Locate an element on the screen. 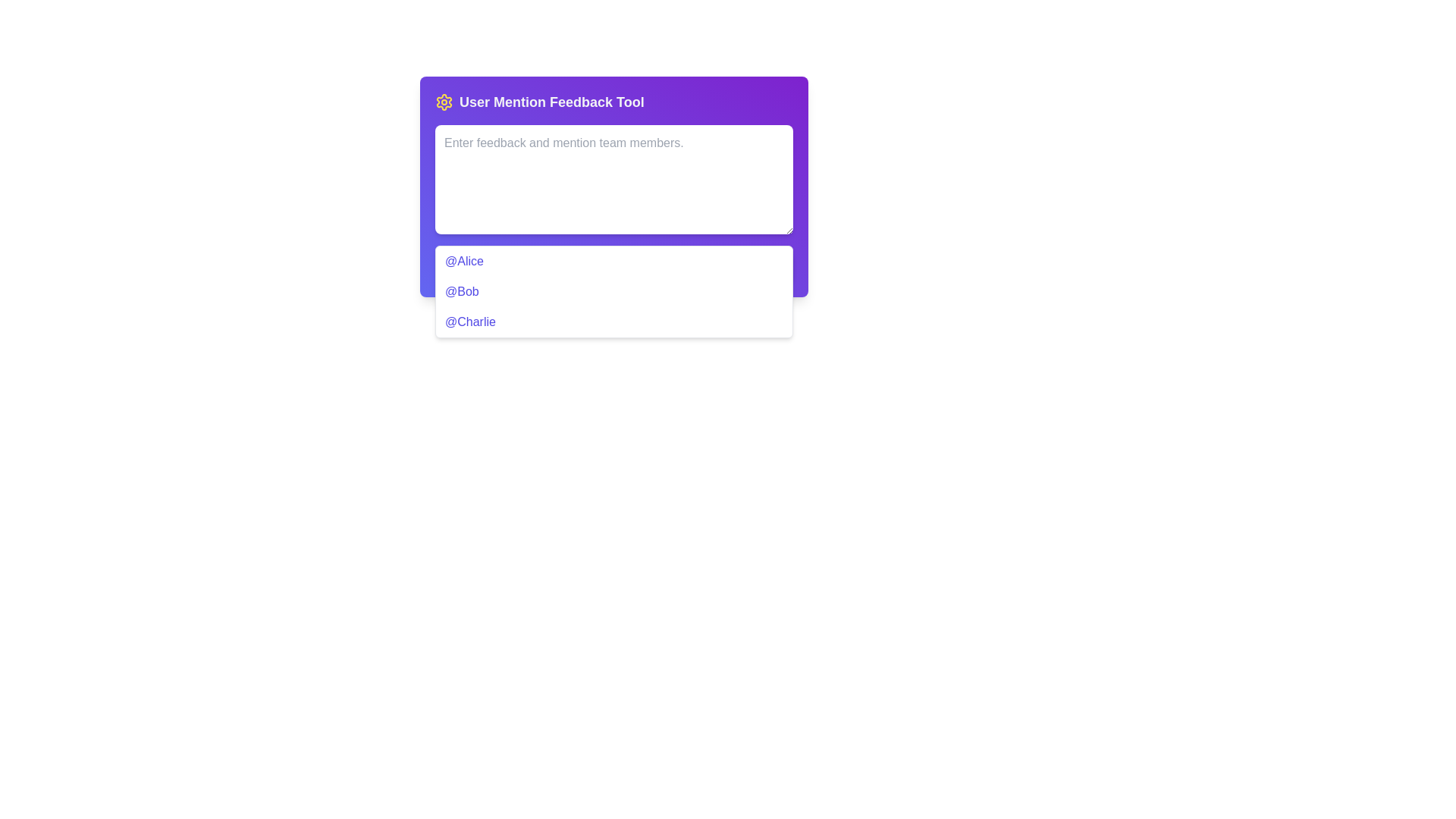 This screenshot has width=1456, height=819. the third selectable item in the dropdown list is located at coordinates (614, 321).